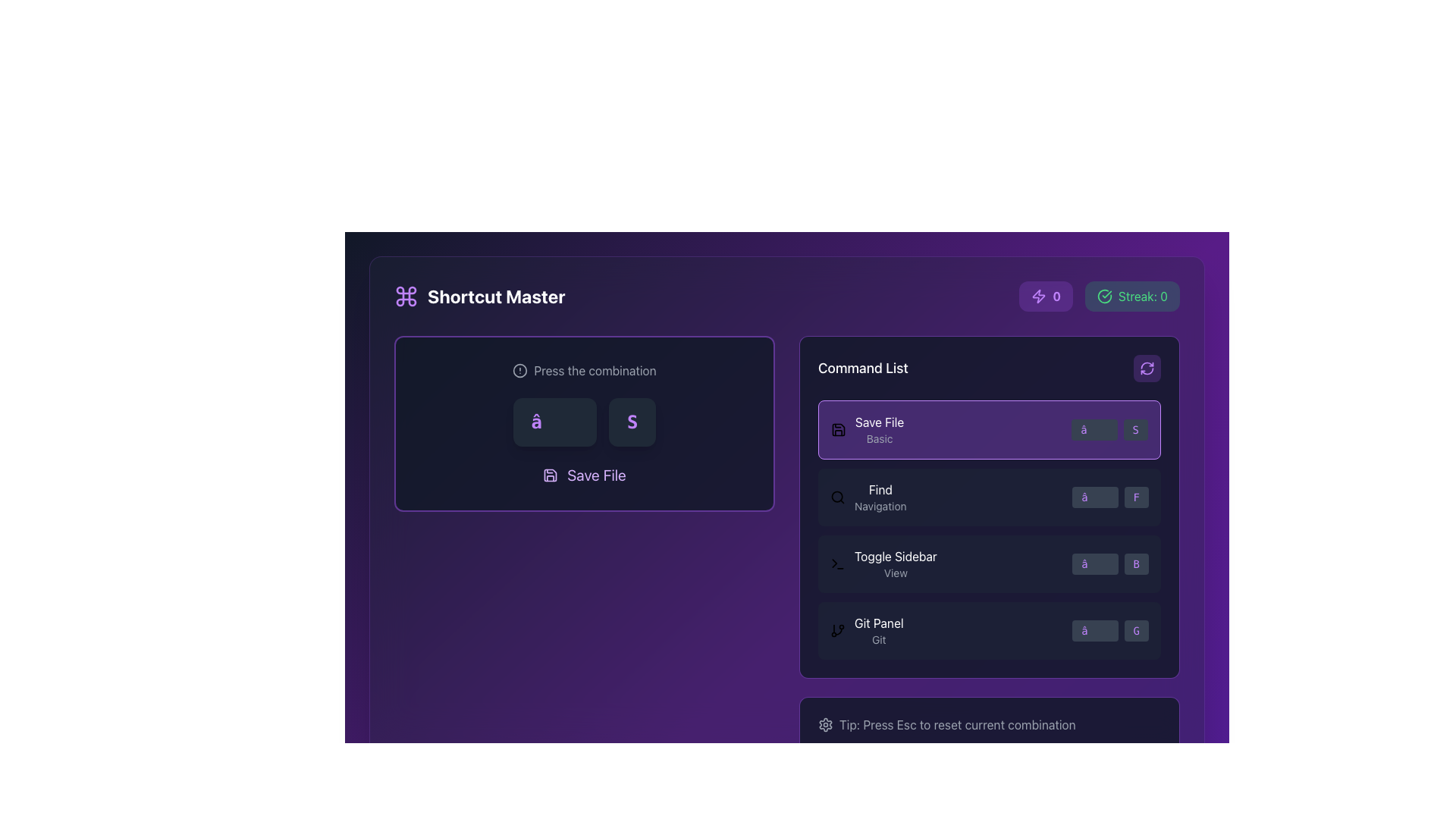 The width and height of the screenshot is (1456, 819). I want to click on the label with an icon and text that indicates the functionality of saving a file, located at the center of the lower portion of the panel labeled 'Press the combination', so click(584, 475).